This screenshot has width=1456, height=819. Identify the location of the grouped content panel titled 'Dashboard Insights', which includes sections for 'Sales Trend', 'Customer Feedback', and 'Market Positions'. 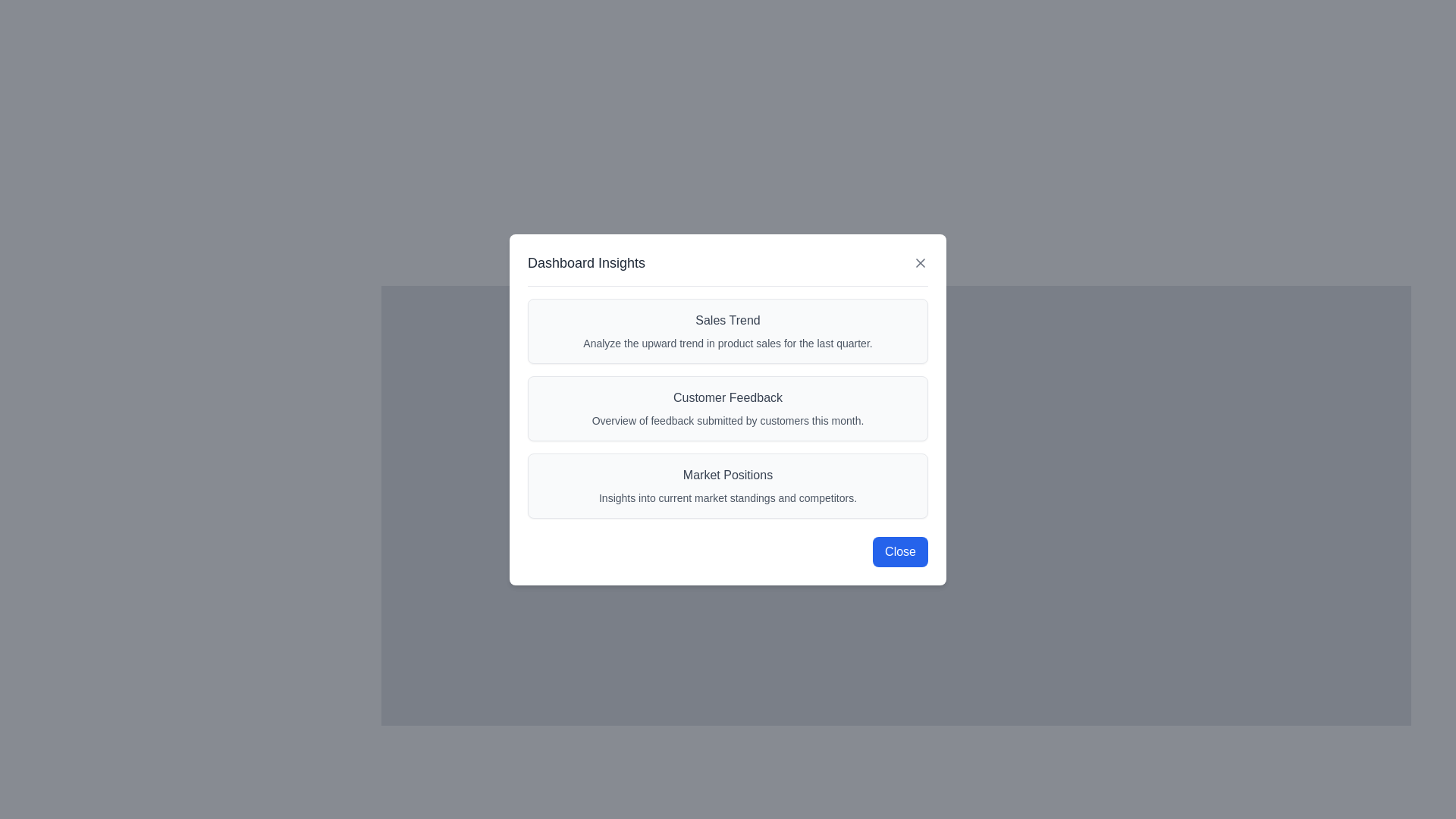
(728, 407).